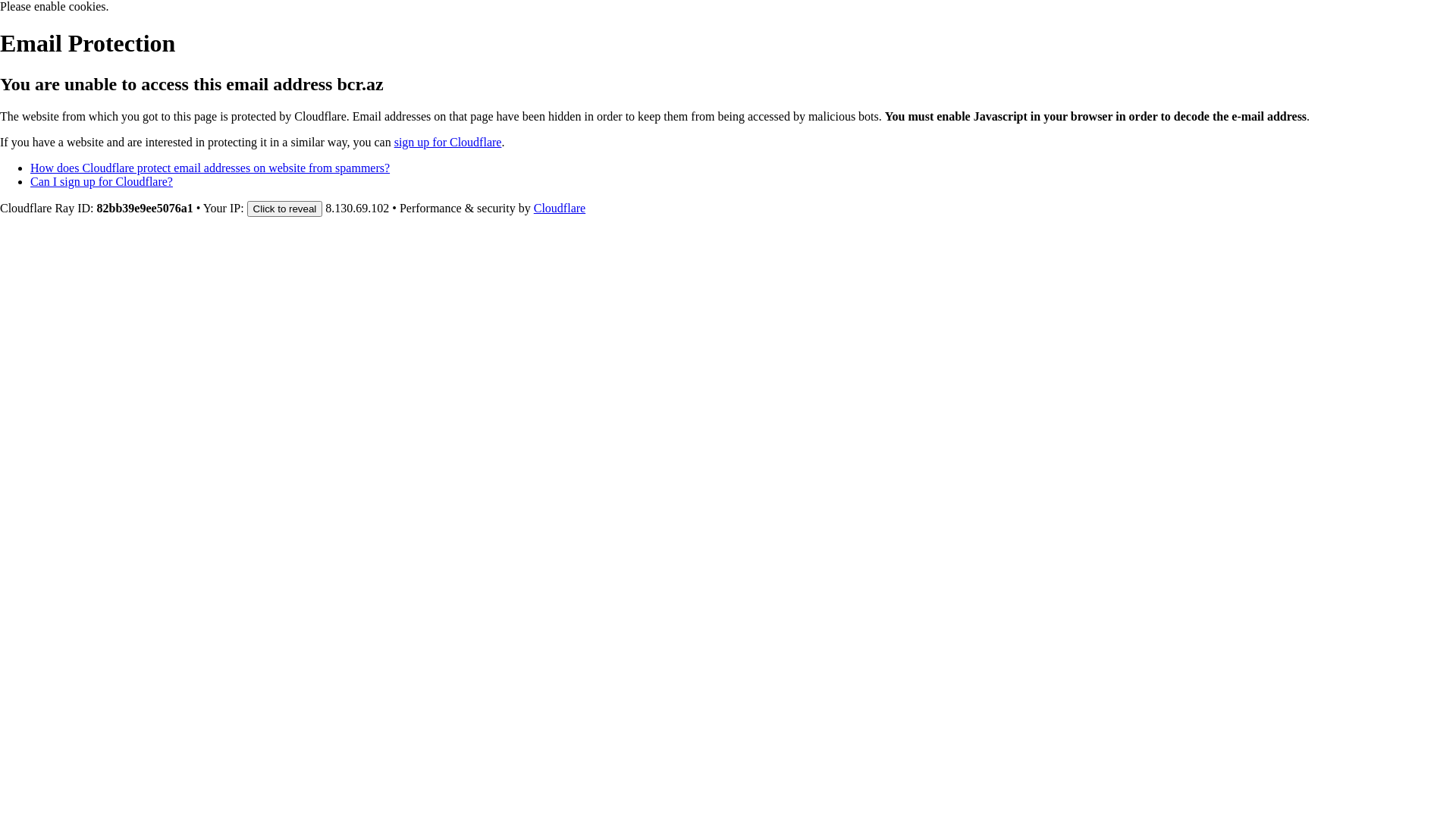 Image resolution: width=1456 pixels, height=819 pixels. What do you see at coordinates (559, 208) in the screenshot?
I see `'Cloudflare'` at bounding box center [559, 208].